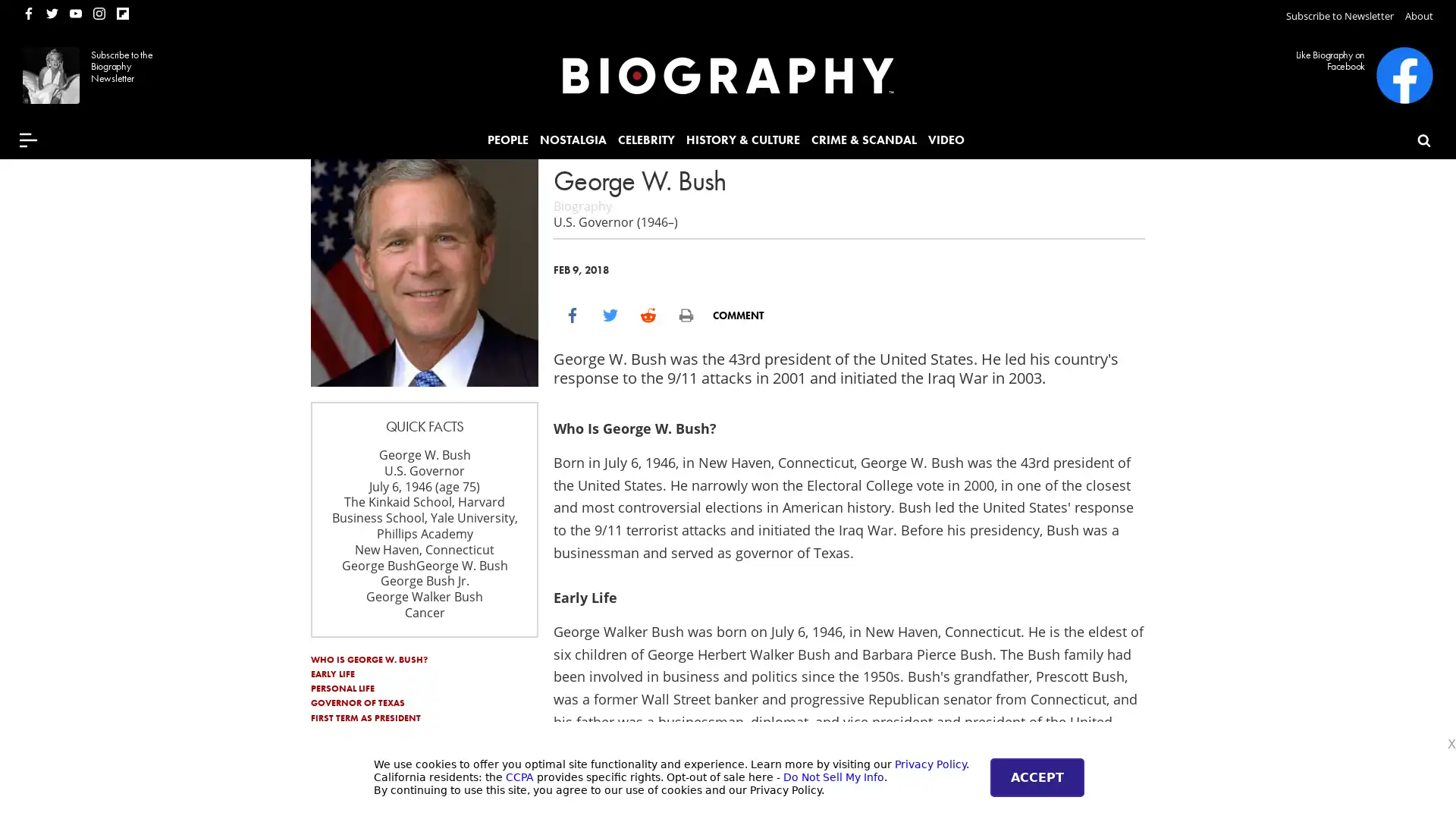  What do you see at coordinates (28, 140) in the screenshot?
I see `Menu` at bounding box center [28, 140].